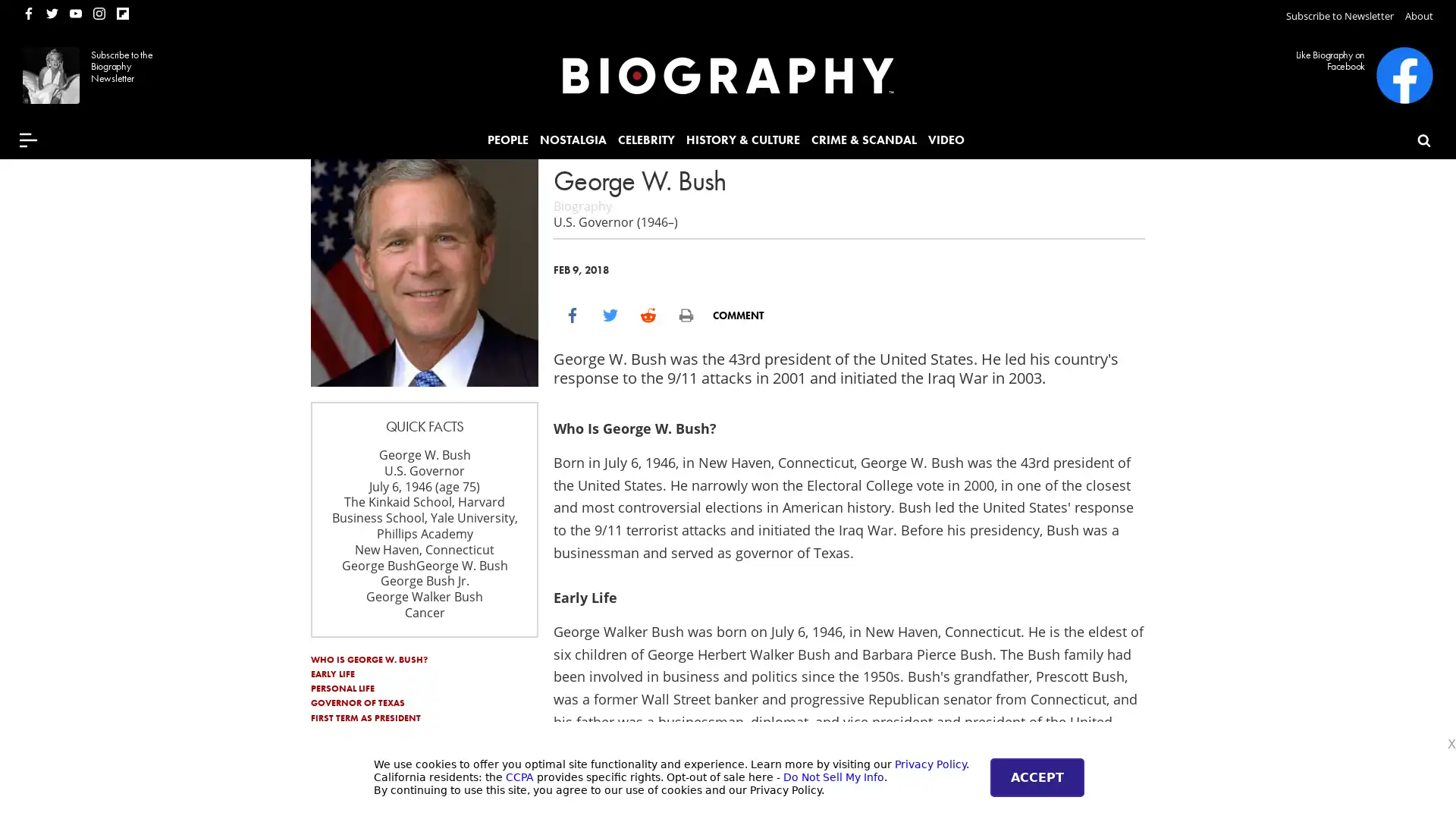  What do you see at coordinates (28, 140) in the screenshot?
I see `Menu` at bounding box center [28, 140].